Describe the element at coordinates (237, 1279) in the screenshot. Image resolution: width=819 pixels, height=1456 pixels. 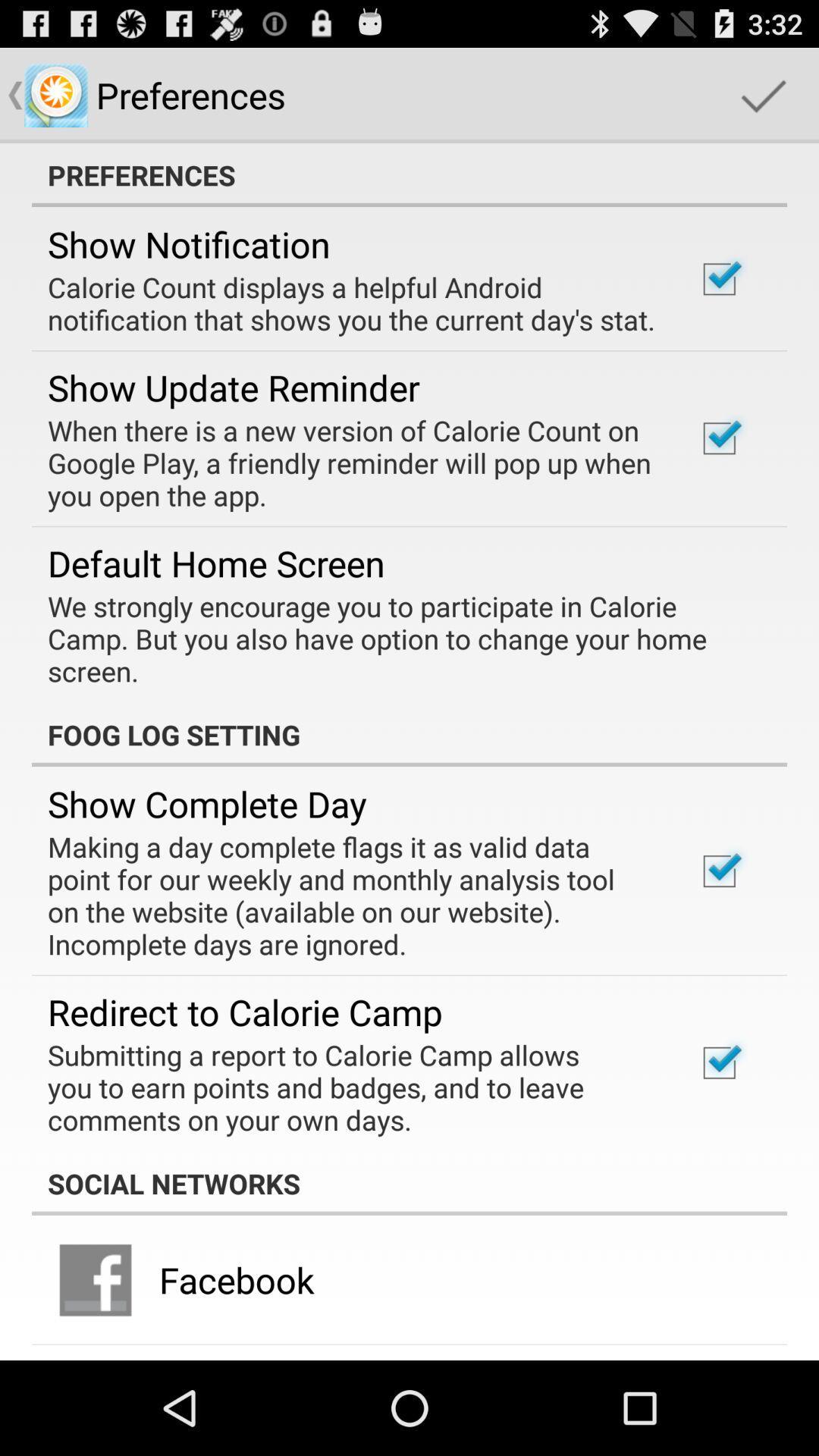
I see `the facebook icon` at that location.